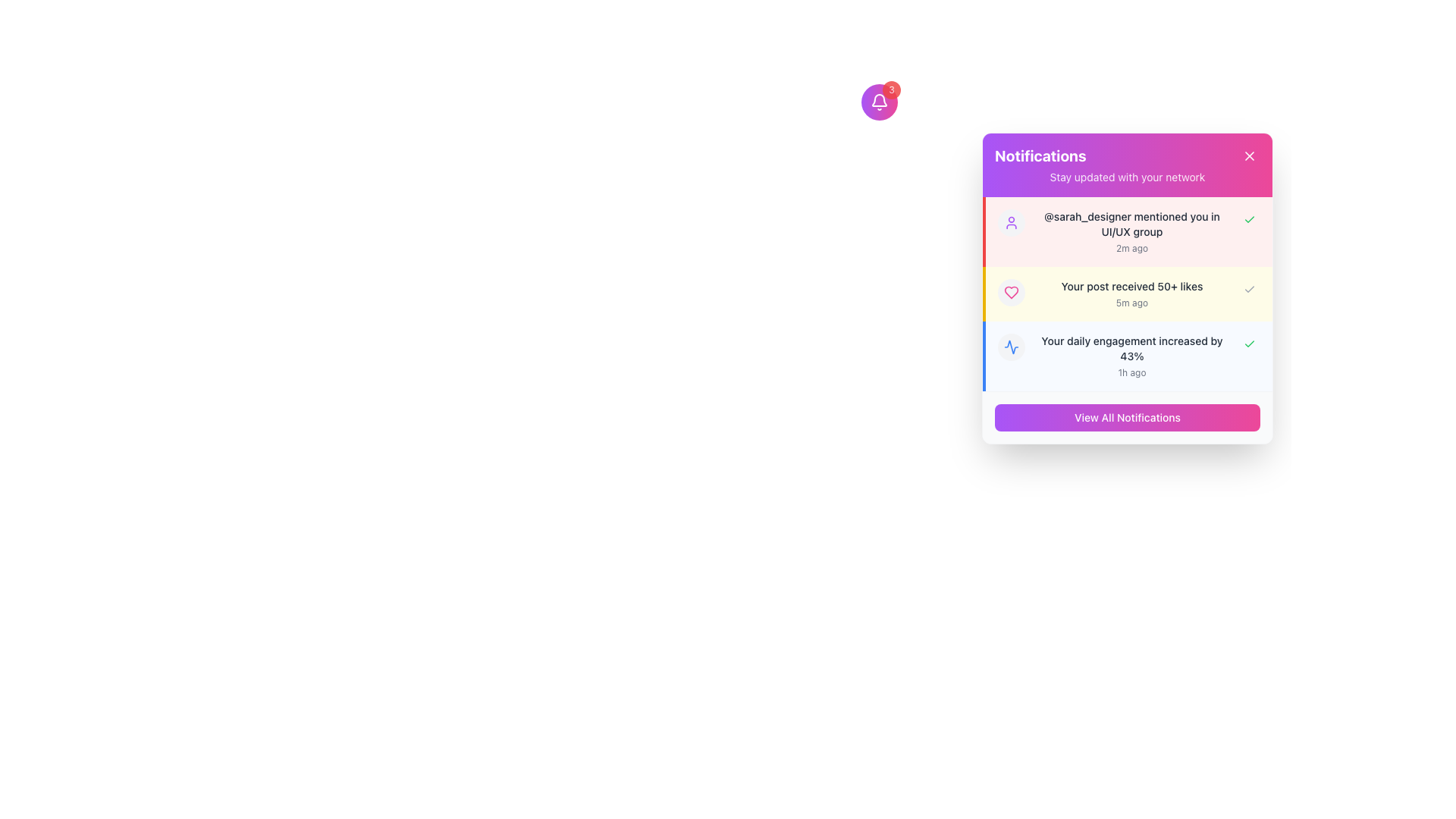 The width and height of the screenshot is (1456, 819). Describe the element at coordinates (879, 102) in the screenshot. I see `the circular button with a gradient background and a white bell icon, which has a red notification badge displaying '3'` at that location.